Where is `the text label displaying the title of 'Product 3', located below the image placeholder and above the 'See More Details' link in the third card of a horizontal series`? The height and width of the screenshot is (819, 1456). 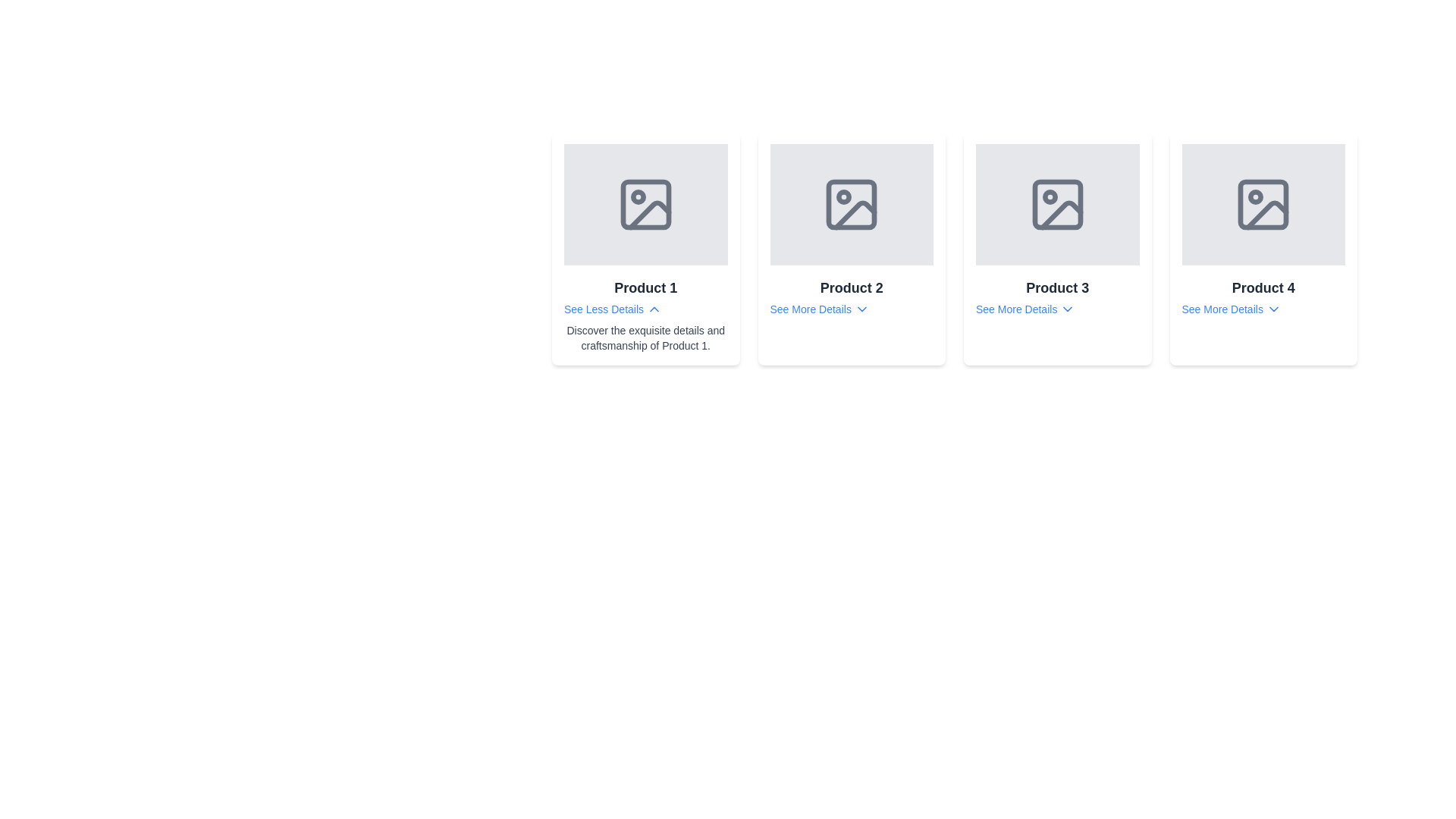 the text label displaying the title of 'Product 3', located below the image placeholder and above the 'See More Details' link in the third card of a horizontal series is located at coordinates (1056, 288).